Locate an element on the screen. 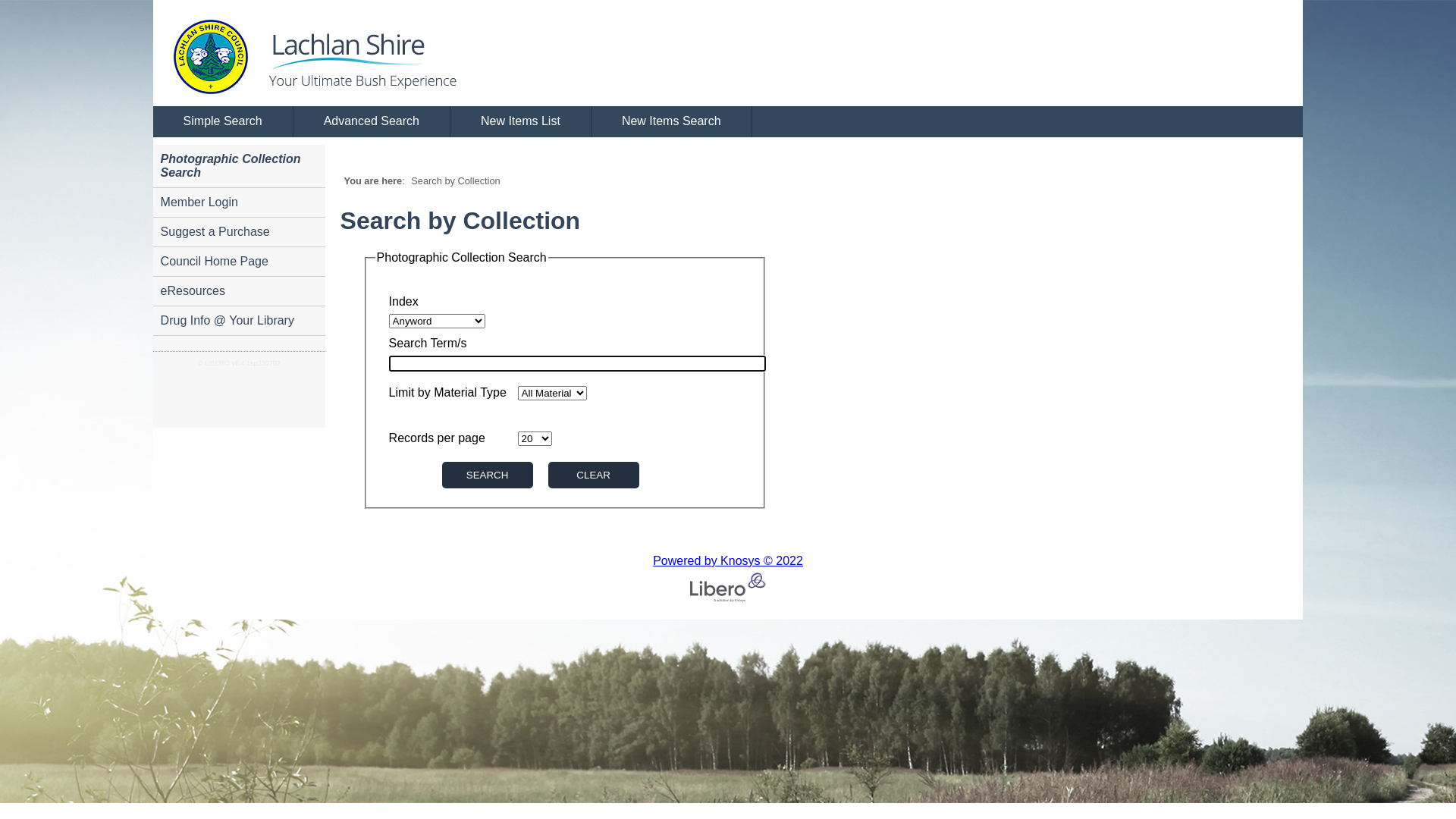 This screenshot has width=1456, height=819. 'eResources' is located at coordinates (238, 291).